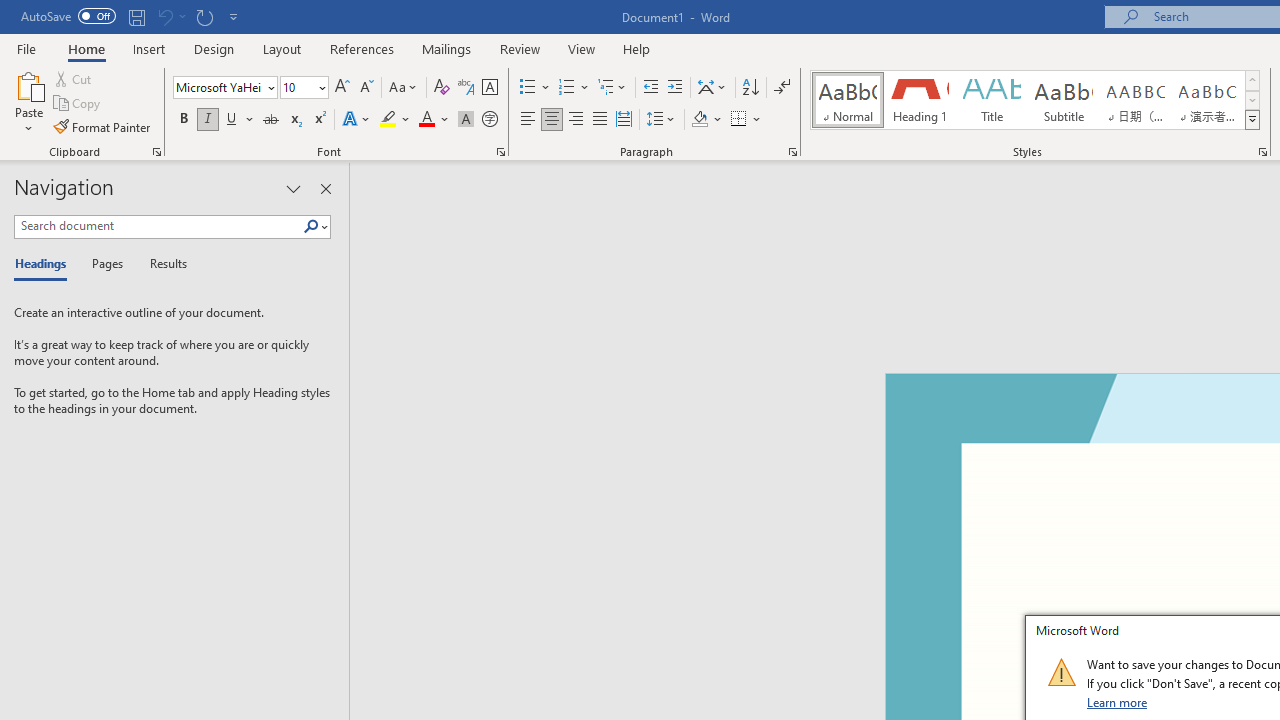 Image resolution: width=1280 pixels, height=720 pixels. What do you see at coordinates (170, 16) in the screenshot?
I see `'Can'` at bounding box center [170, 16].